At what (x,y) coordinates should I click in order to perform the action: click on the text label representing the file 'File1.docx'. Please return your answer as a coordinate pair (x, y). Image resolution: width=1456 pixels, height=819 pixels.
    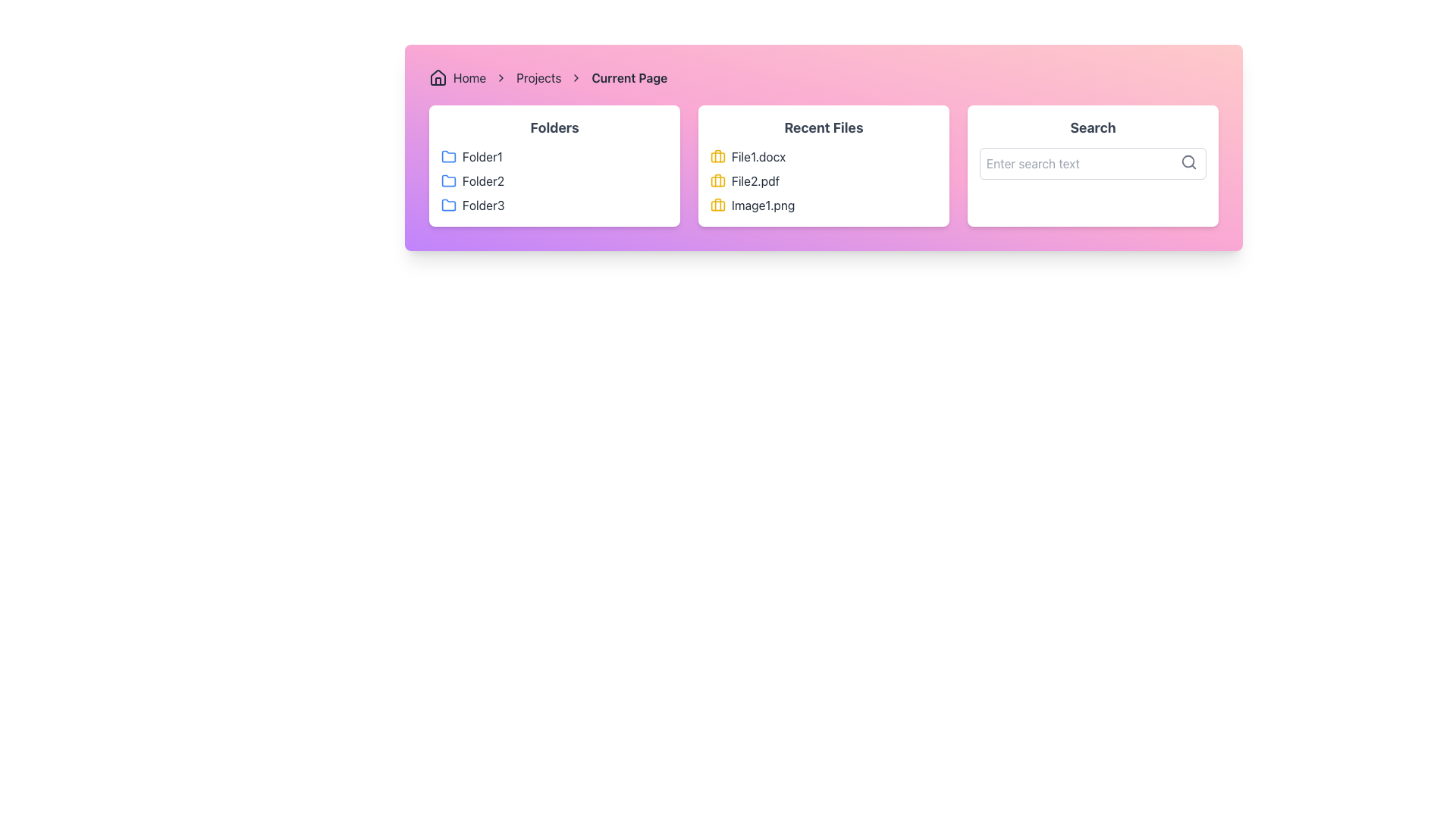
    Looking at the image, I should click on (758, 157).